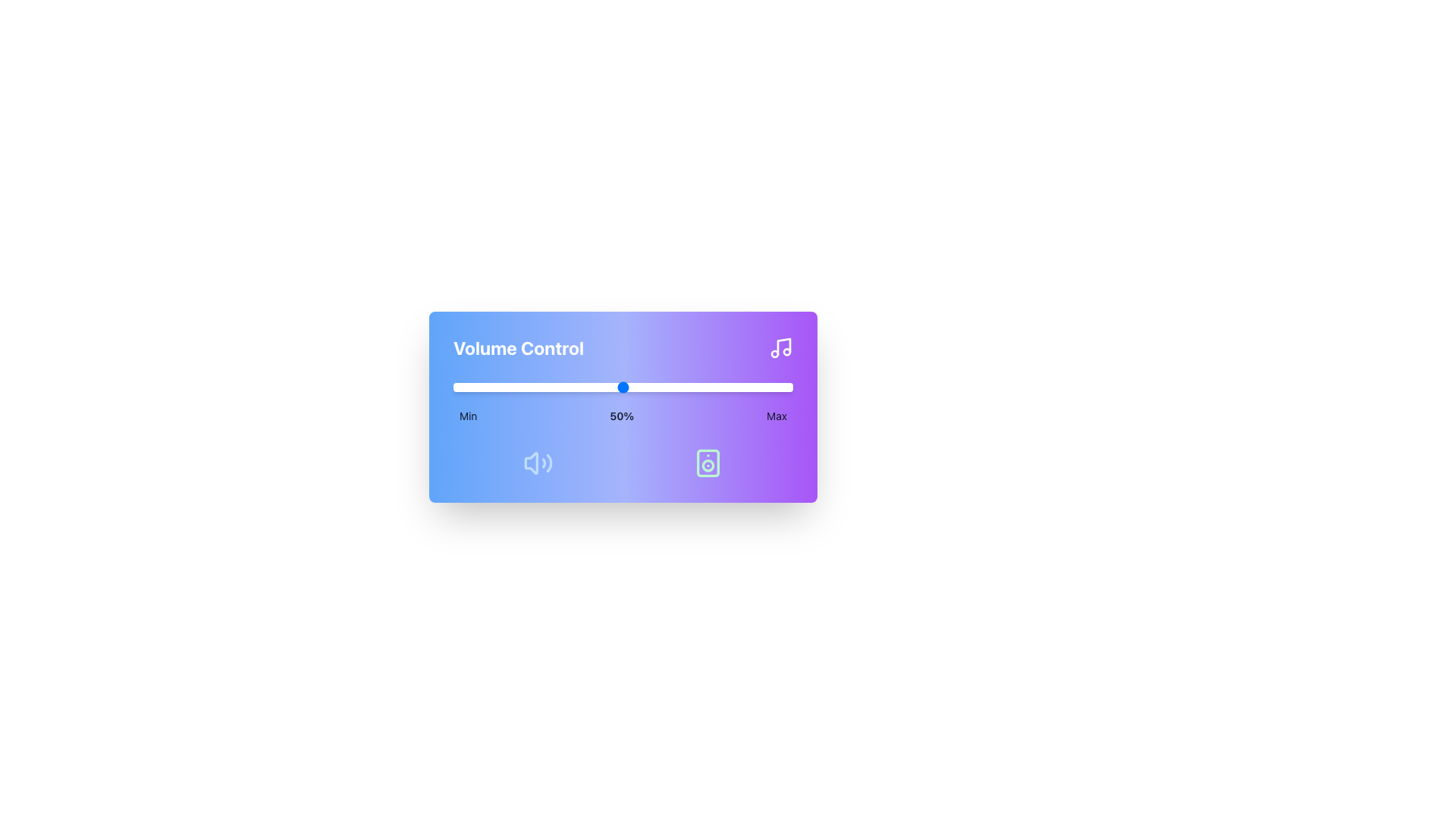  Describe the element at coordinates (708, 462) in the screenshot. I see `the speaker icon with a green outline located at the bottom-right of the audio control section` at that location.